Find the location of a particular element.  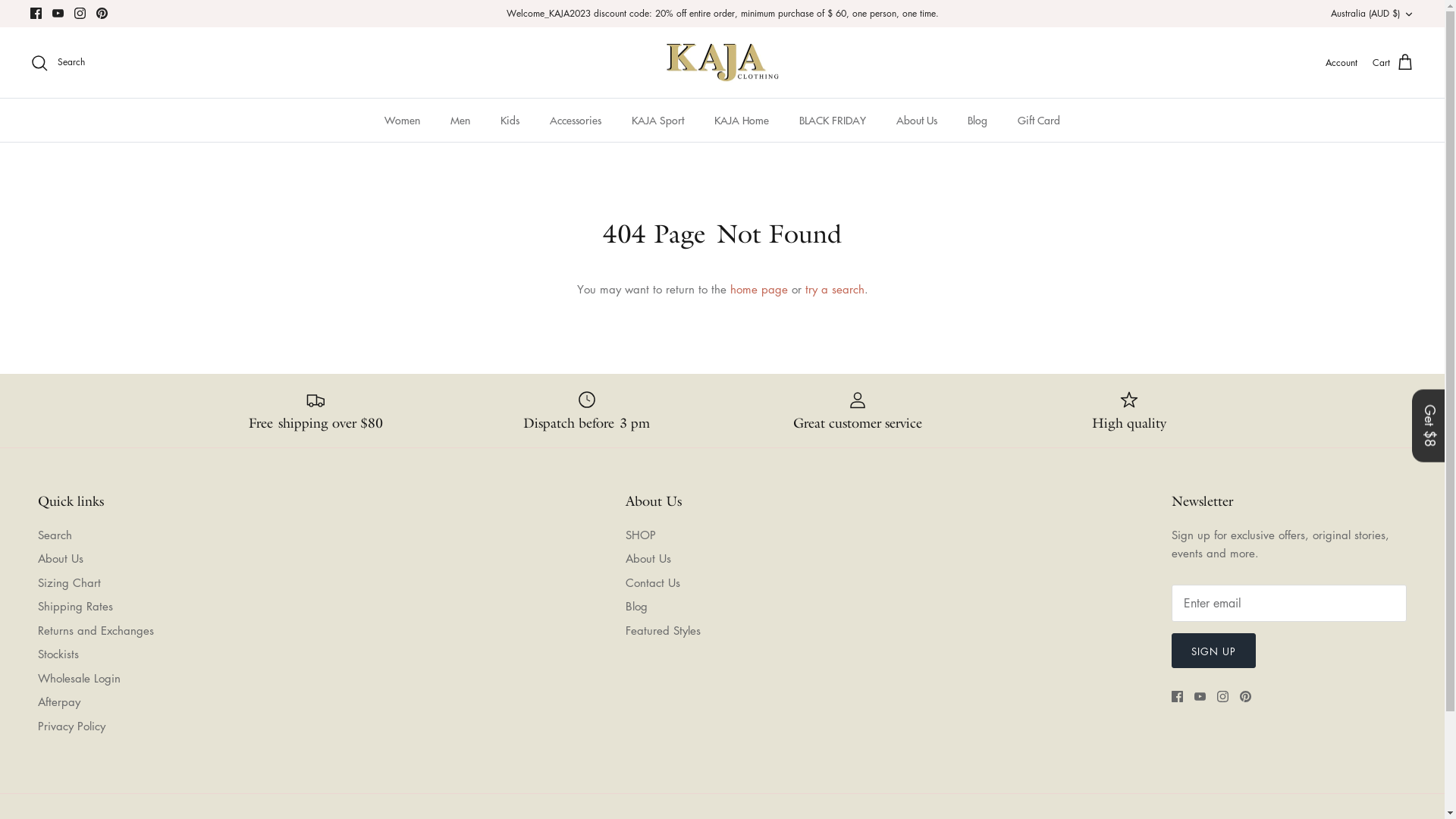

'Kids' is located at coordinates (510, 119).